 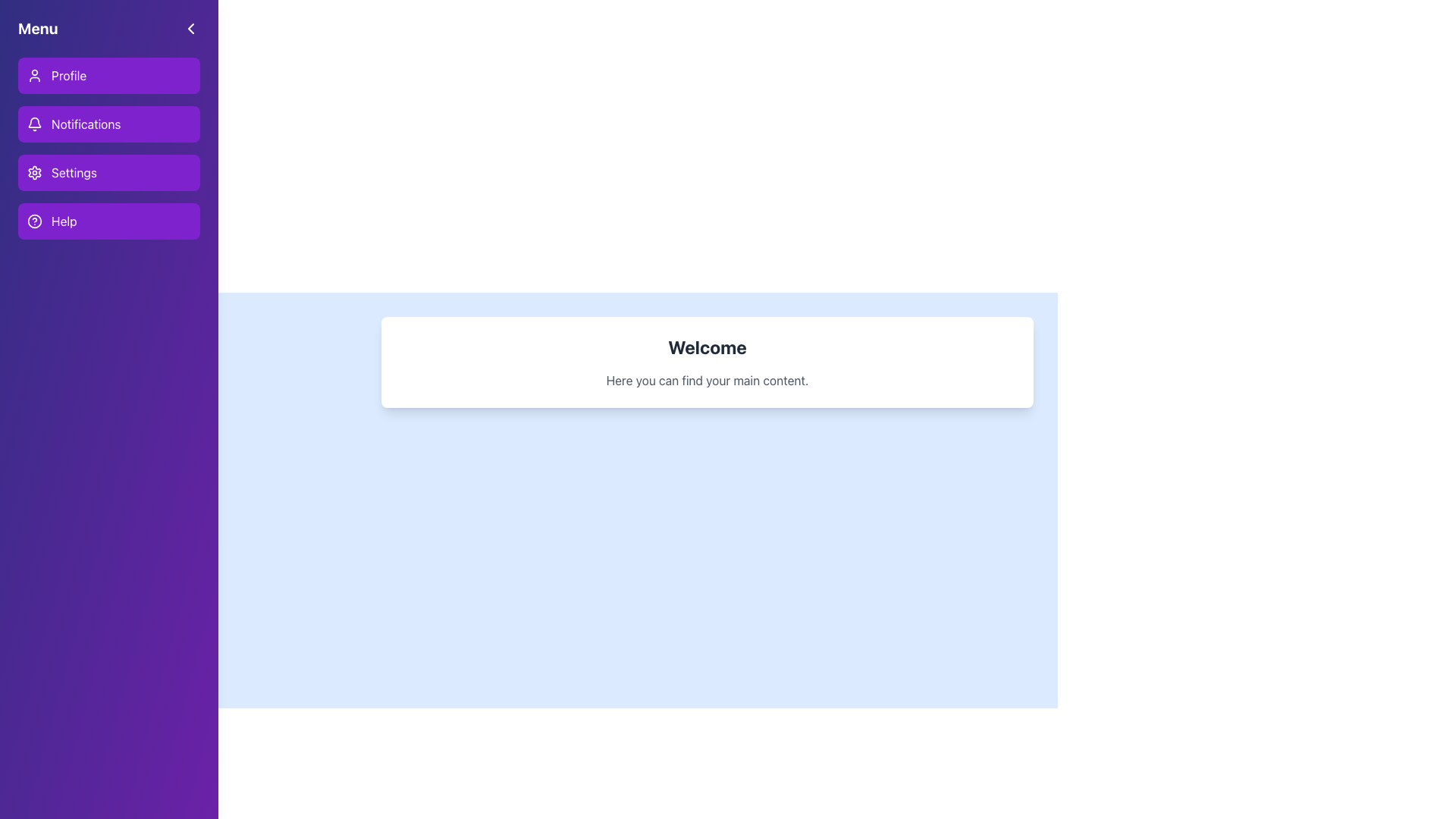 What do you see at coordinates (190, 29) in the screenshot?
I see `the left-facing chevron icon button located in the top-right corner of the side menu panel` at bounding box center [190, 29].